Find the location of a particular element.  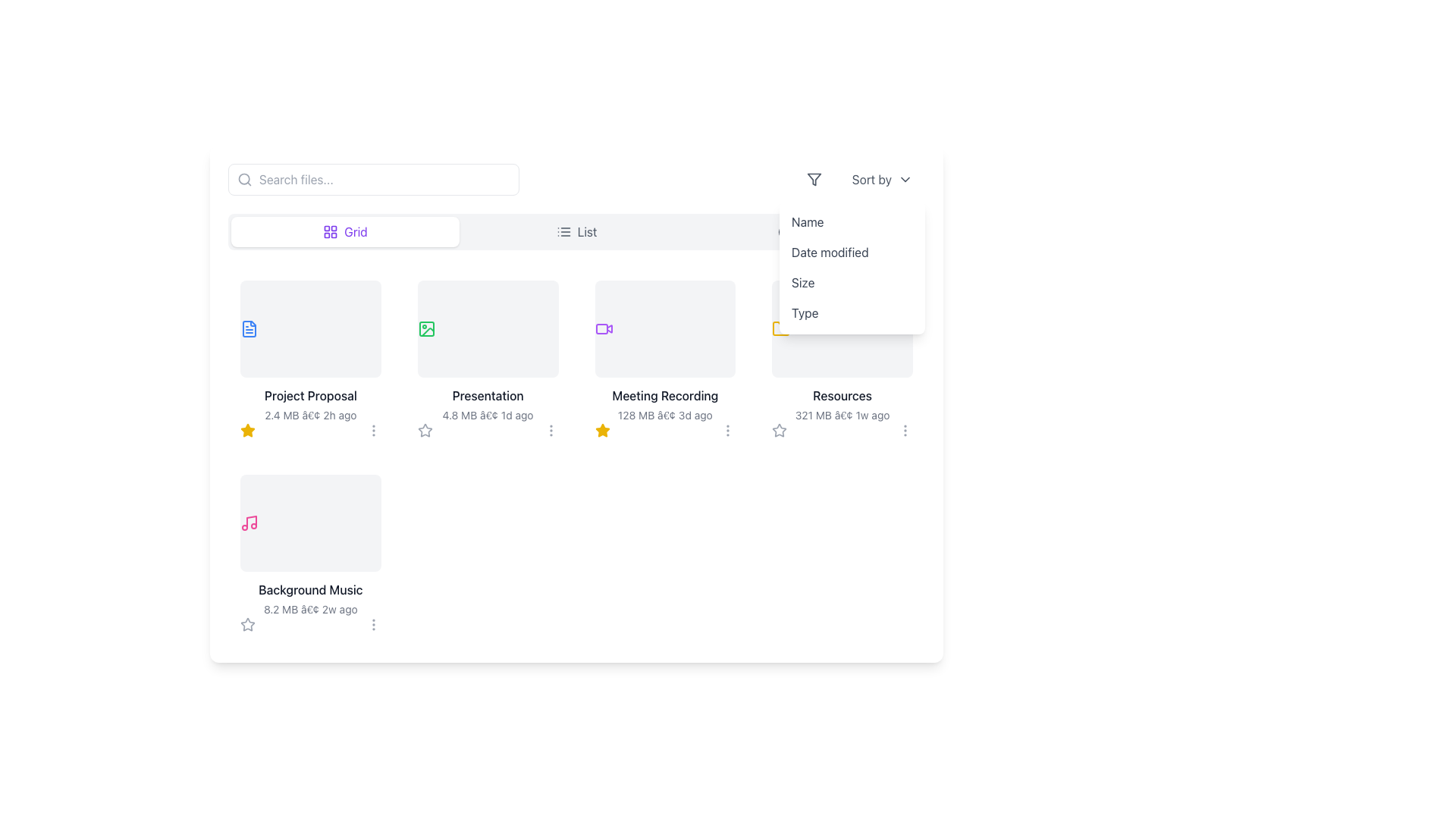

the Navigation menu is located at coordinates (576, 231).